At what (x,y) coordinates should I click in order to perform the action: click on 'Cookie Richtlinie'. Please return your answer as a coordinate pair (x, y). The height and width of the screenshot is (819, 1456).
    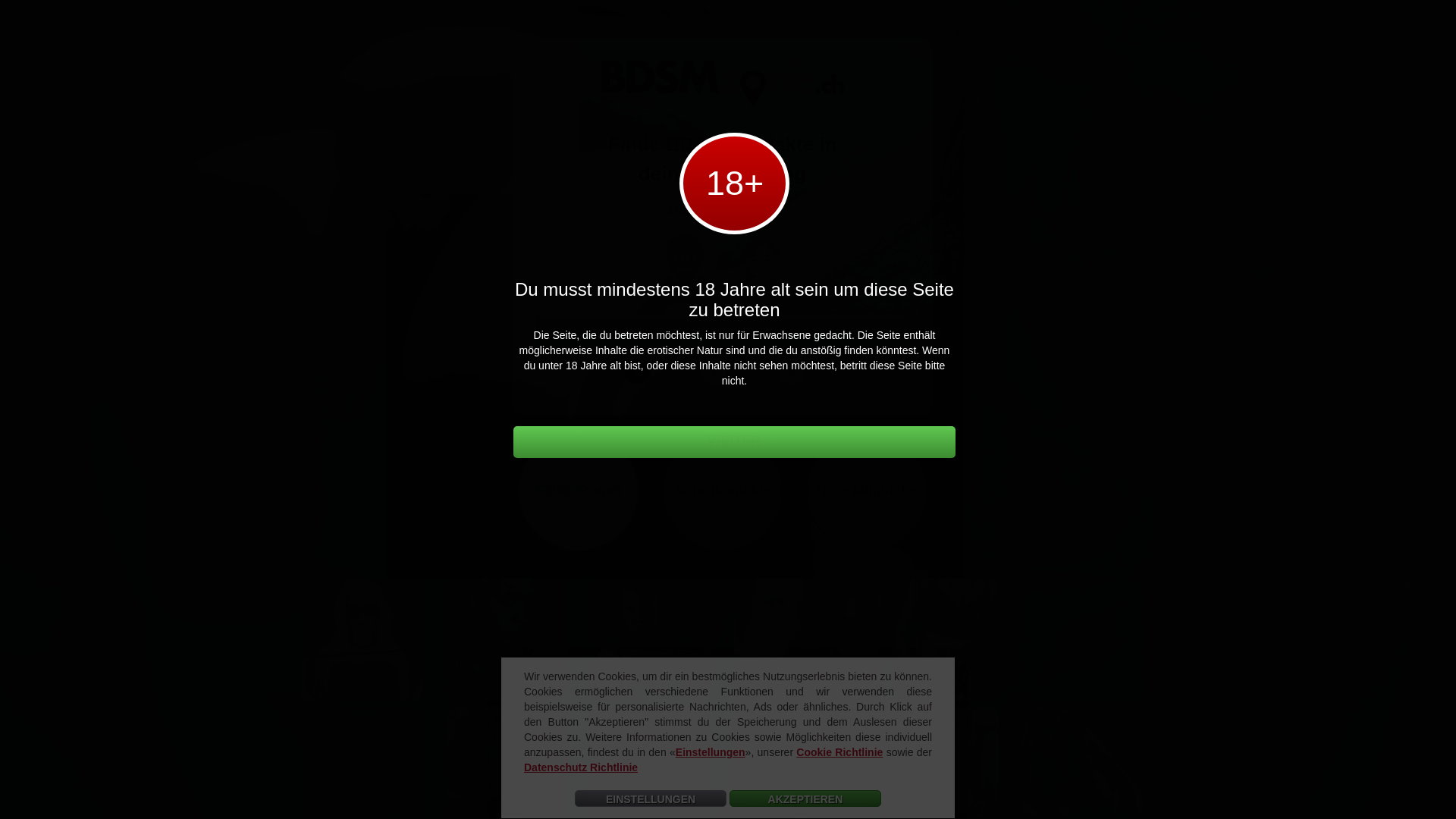
    Looking at the image, I should click on (839, 752).